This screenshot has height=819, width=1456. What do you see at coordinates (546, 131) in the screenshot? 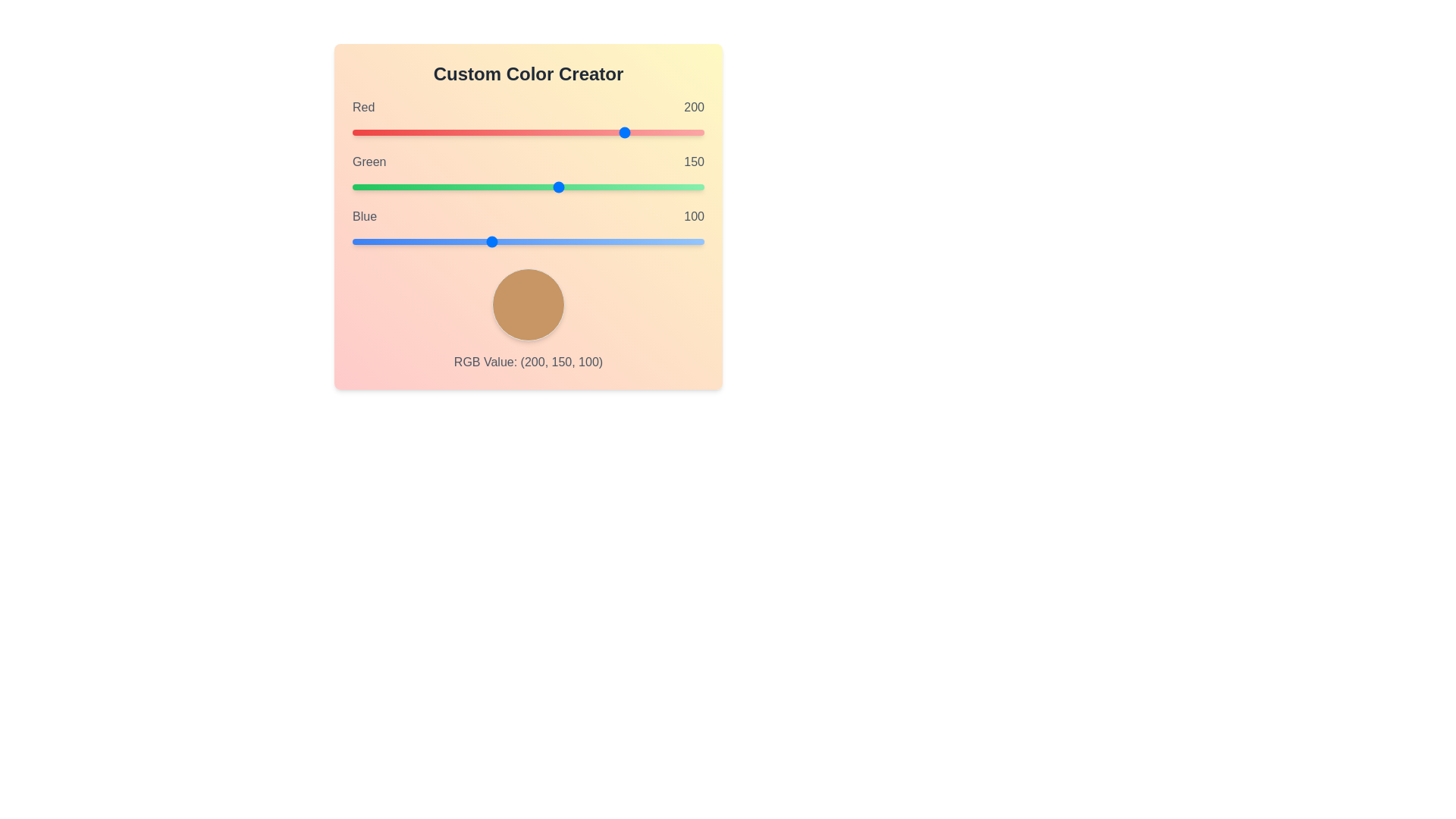
I see `the red slider to set the red value to 141` at bounding box center [546, 131].